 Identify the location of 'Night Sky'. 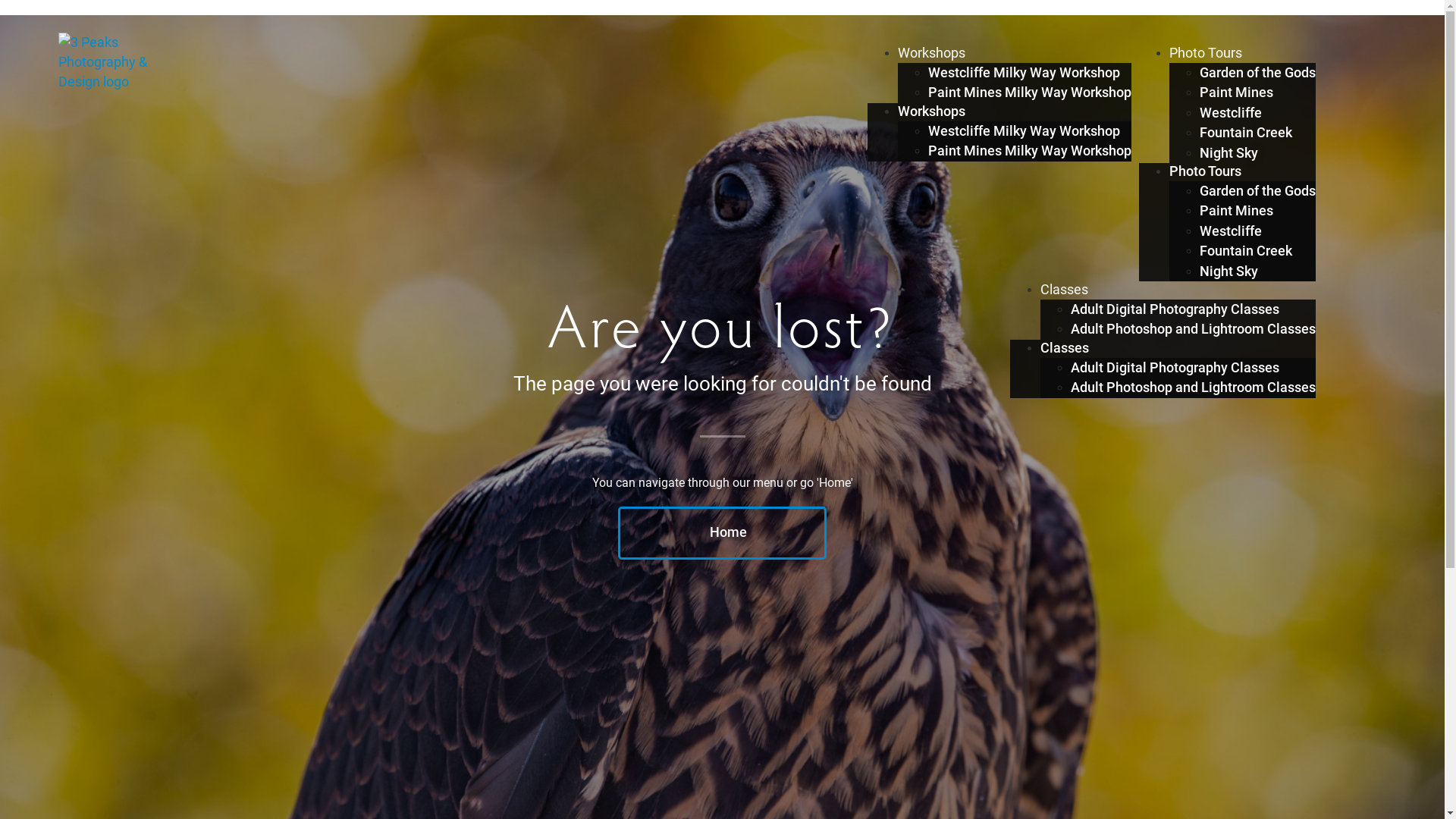
(1228, 152).